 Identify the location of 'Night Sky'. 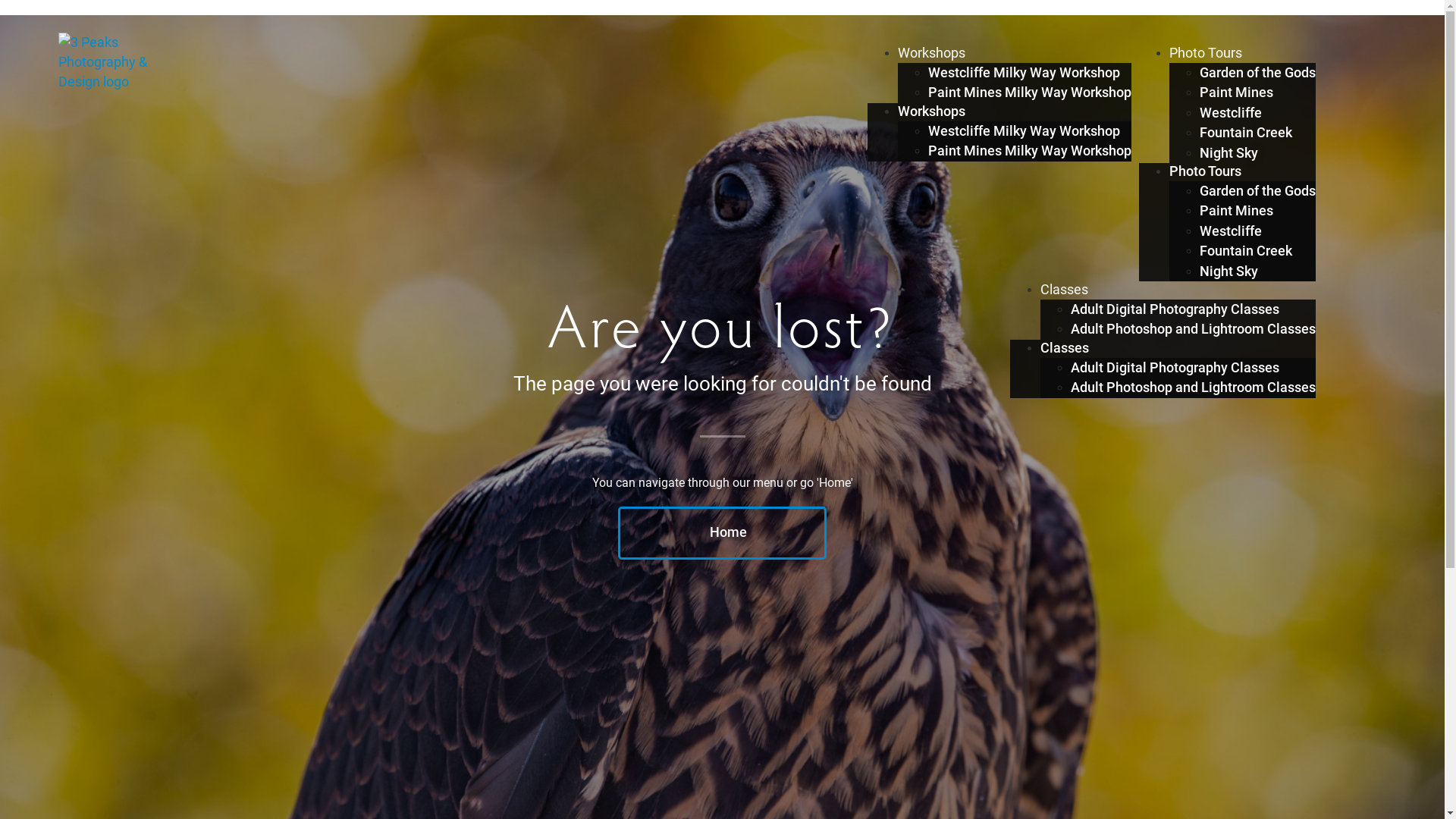
(1228, 152).